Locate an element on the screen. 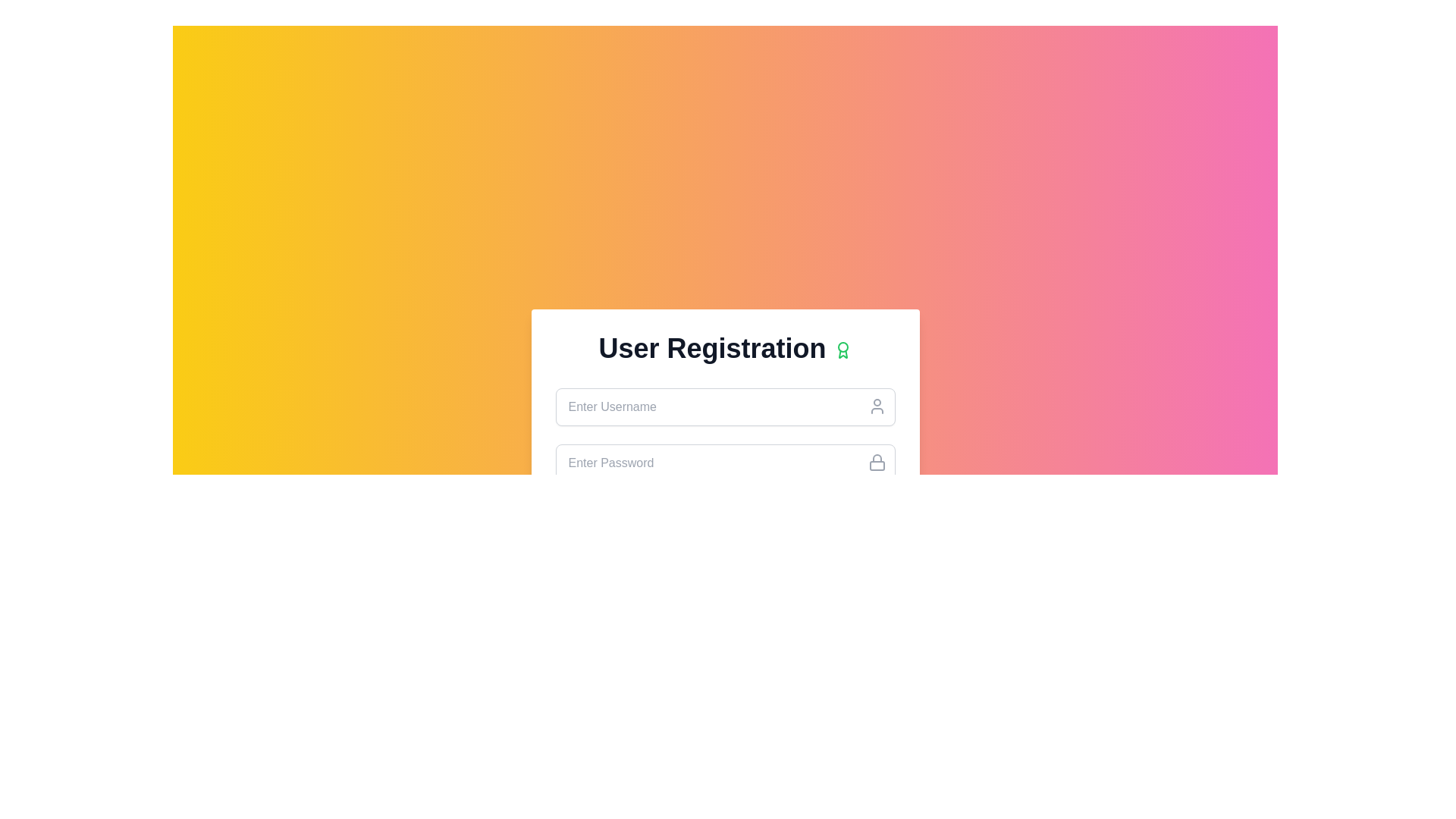  the decorative icon located to the right of the 'User Registration' title in the header section of the interface is located at coordinates (842, 350).